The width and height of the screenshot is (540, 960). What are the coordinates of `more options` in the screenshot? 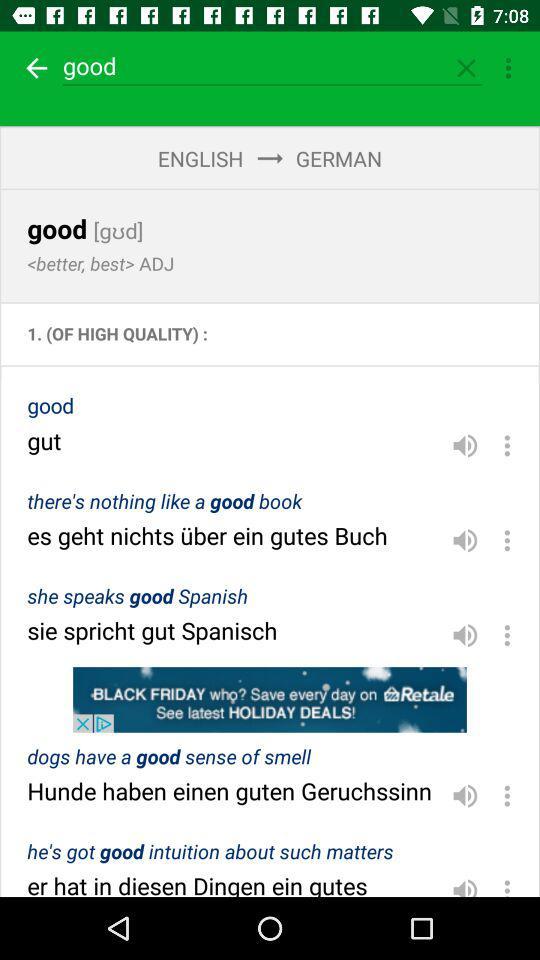 It's located at (508, 68).